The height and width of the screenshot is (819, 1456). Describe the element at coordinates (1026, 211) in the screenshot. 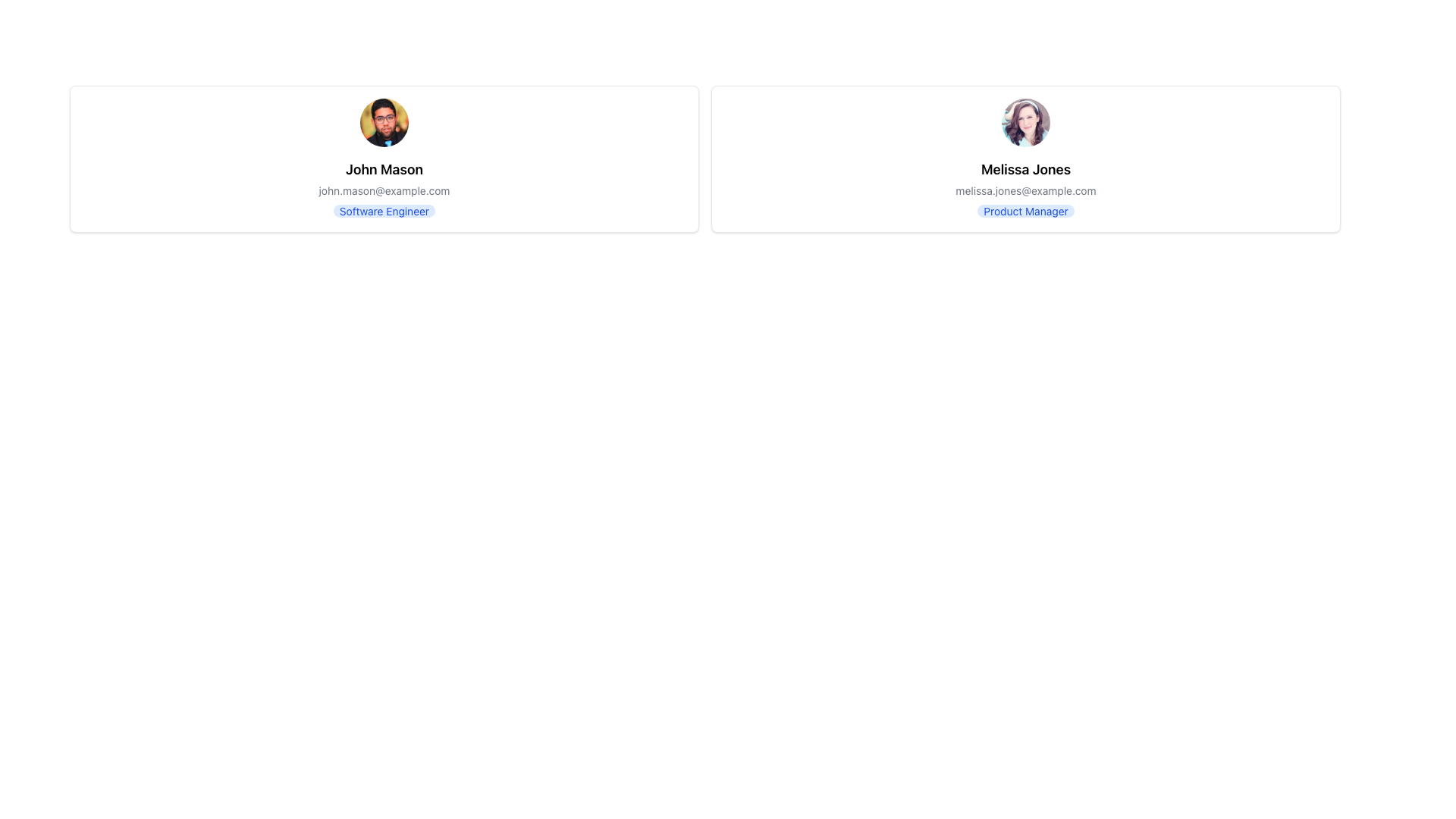

I see `the label displaying 'Product Manager' styled with a blue font color on a light blue background, located below 'melissa.jones@example.com' in the profile card of Melissa Jones` at that location.